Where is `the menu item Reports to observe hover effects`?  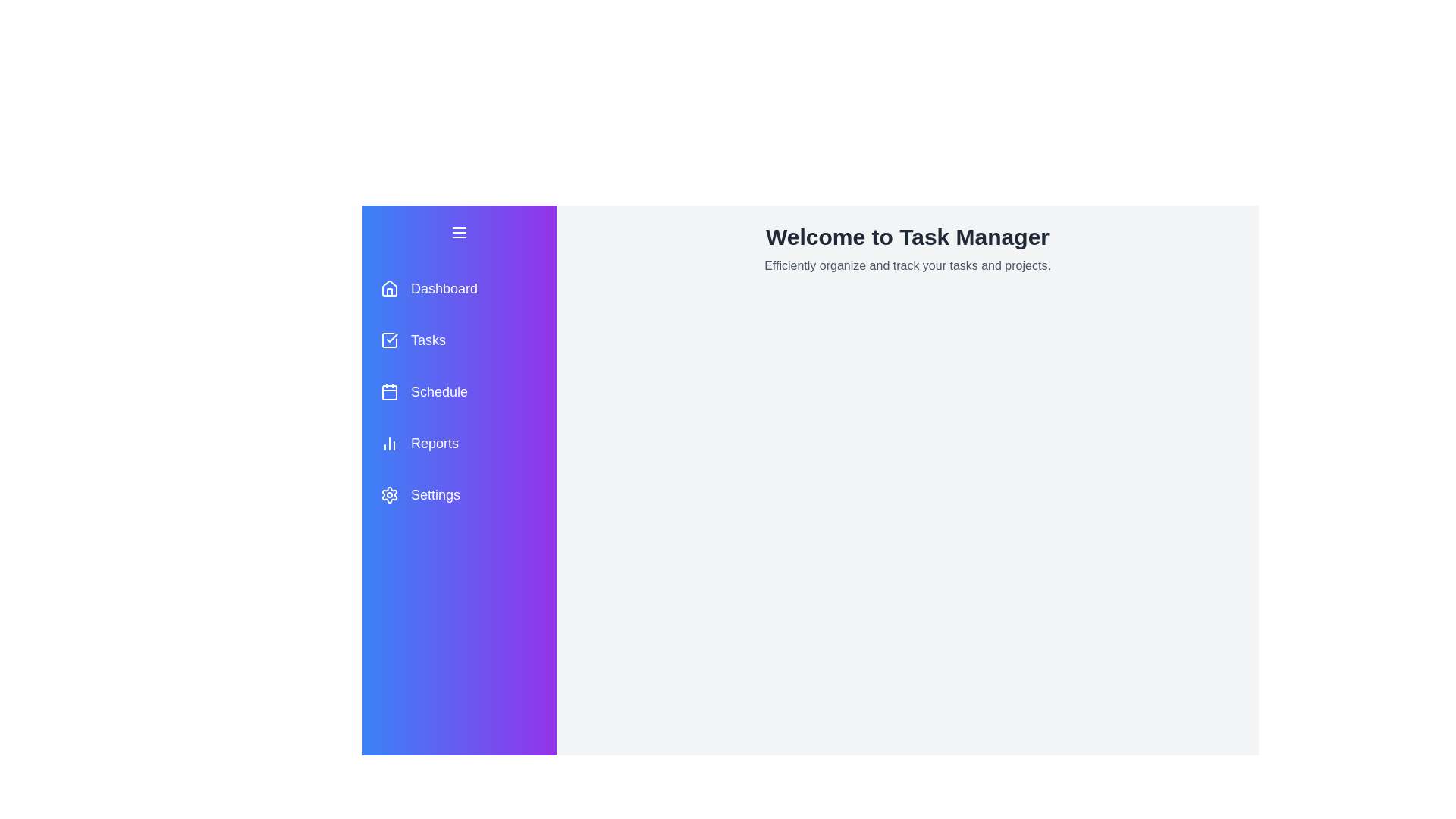
the menu item Reports to observe hover effects is located at coordinates (458, 444).